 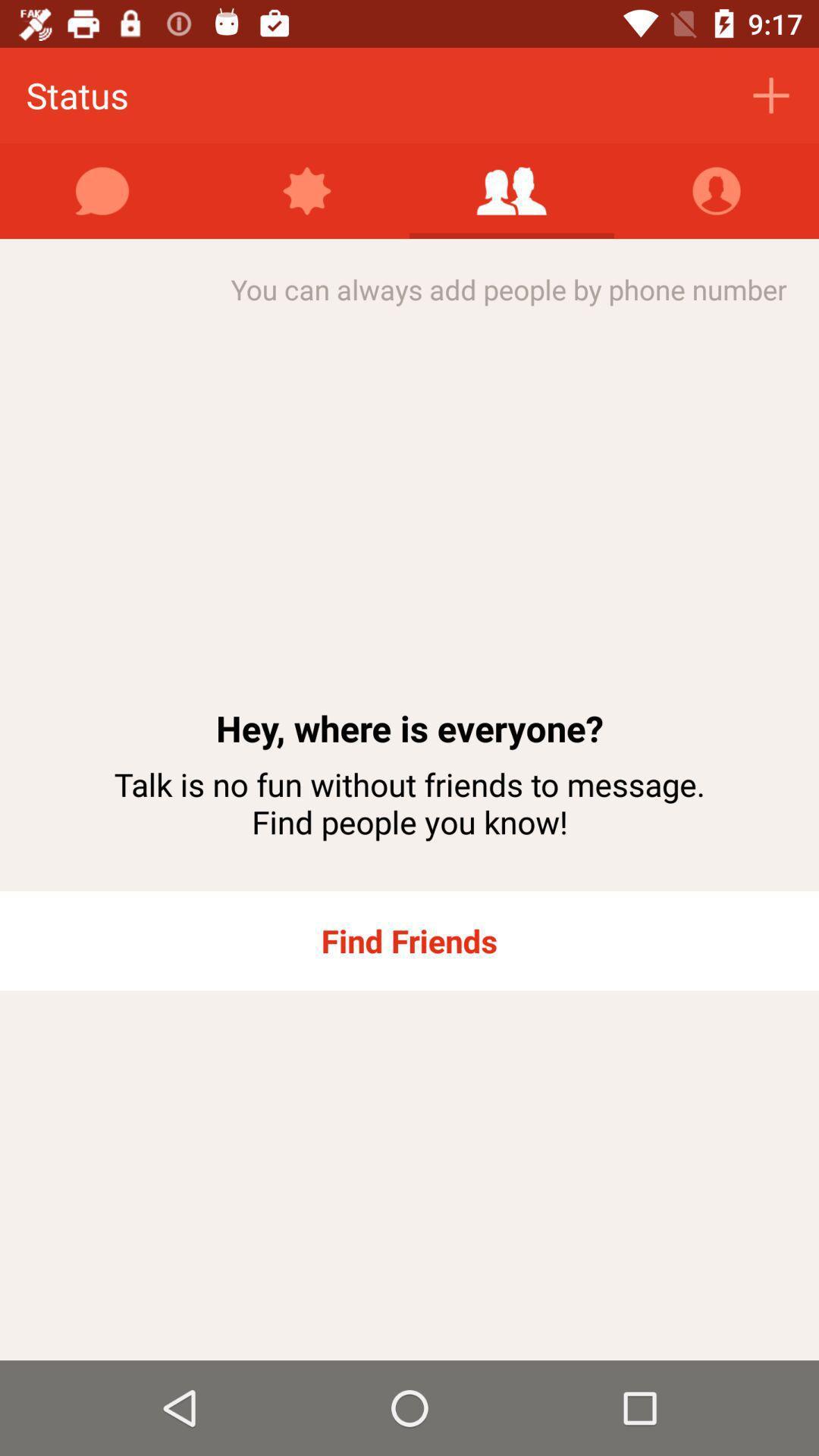 I want to click on open chat window, so click(x=102, y=190).